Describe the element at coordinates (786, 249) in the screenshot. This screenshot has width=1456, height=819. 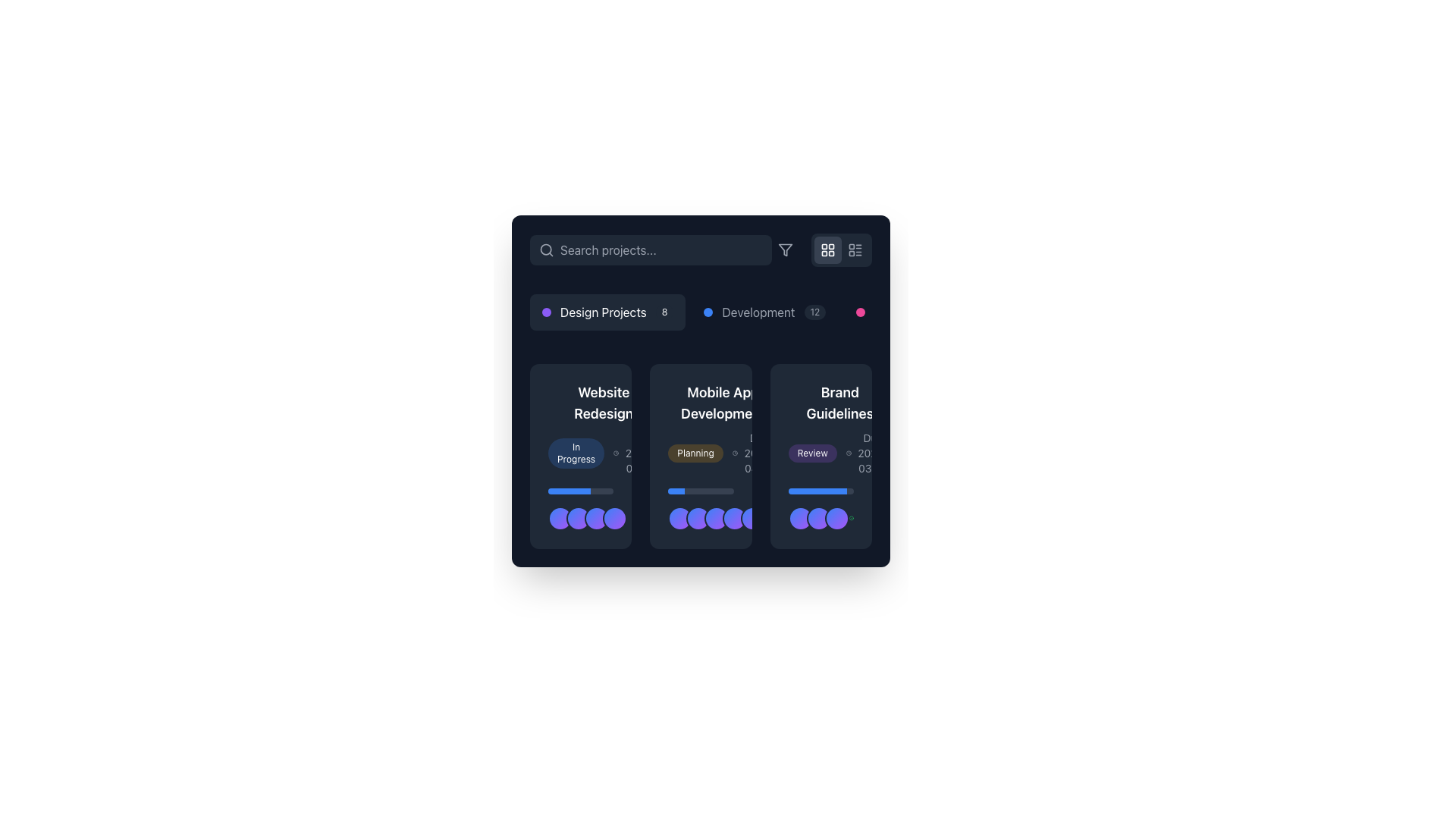
I see `the vector-based icon in the top-right corner of the interface` at that location.